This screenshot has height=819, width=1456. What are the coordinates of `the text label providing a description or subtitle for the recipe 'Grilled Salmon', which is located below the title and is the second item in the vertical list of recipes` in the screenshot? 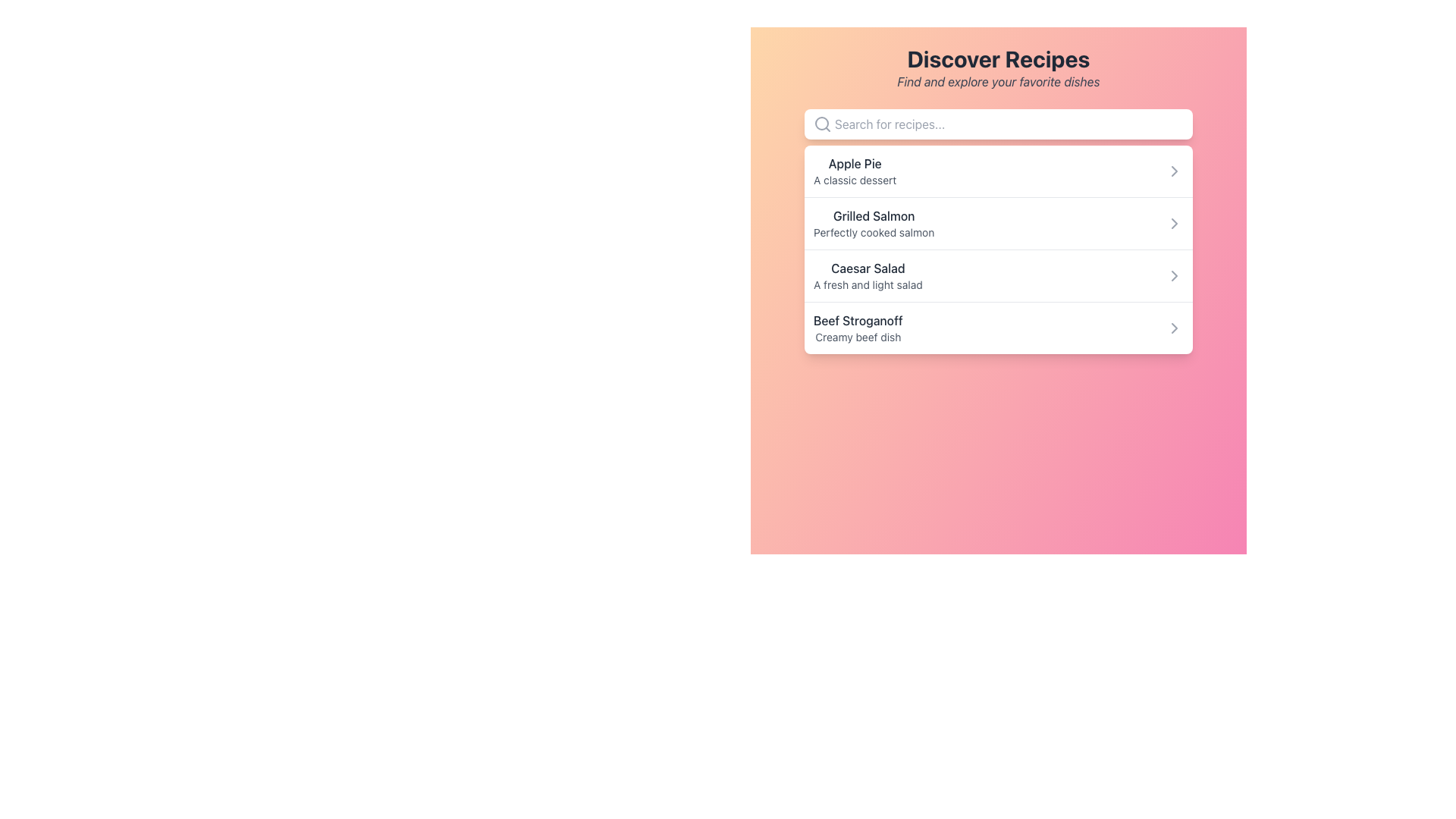 It's located at (874, 233).